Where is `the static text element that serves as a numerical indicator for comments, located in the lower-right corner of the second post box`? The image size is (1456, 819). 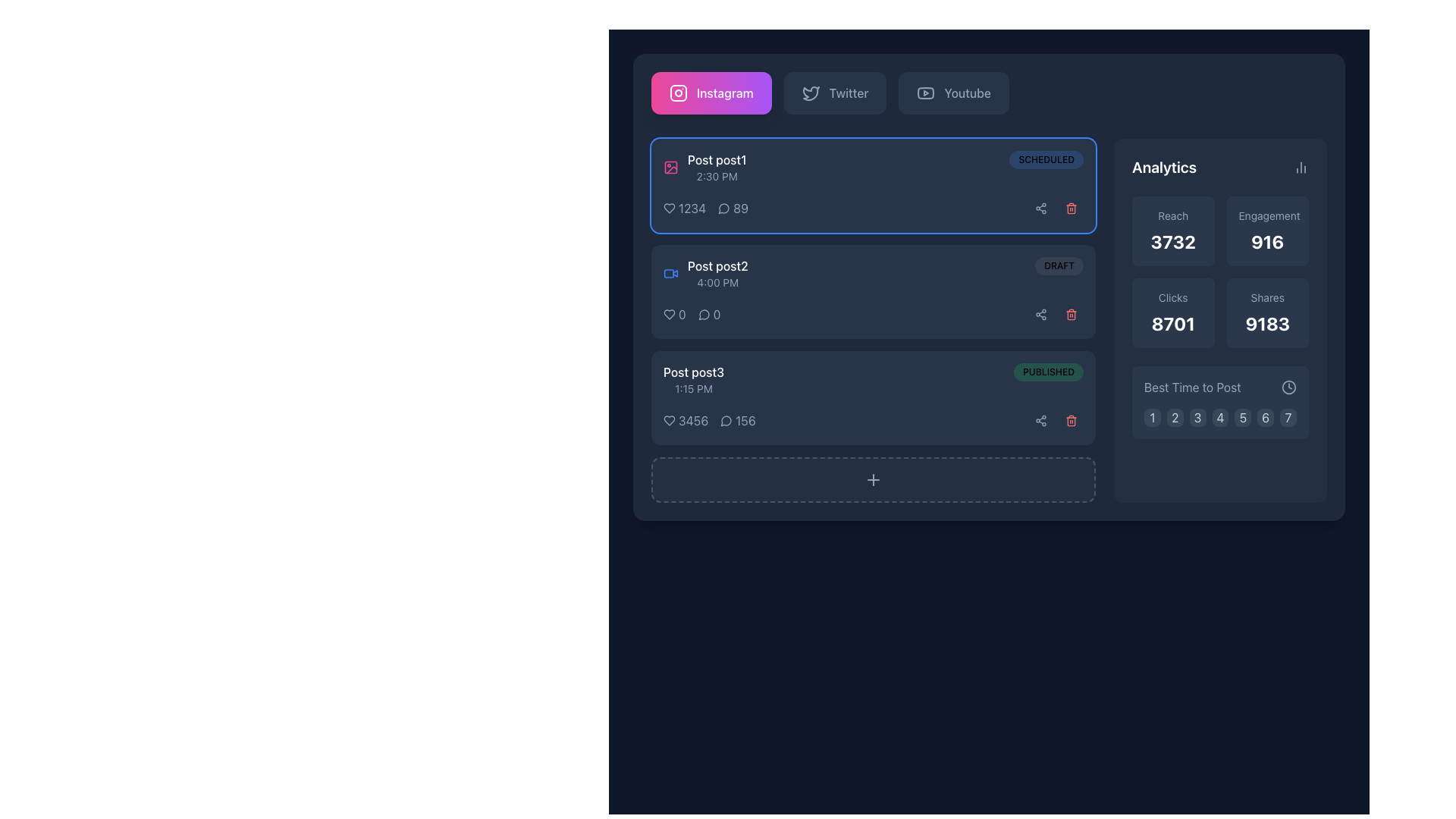 the static text element that serves as a numerical indicator for comments, located in the lower-right corner of the second post box is located at coordinates (716, 314).